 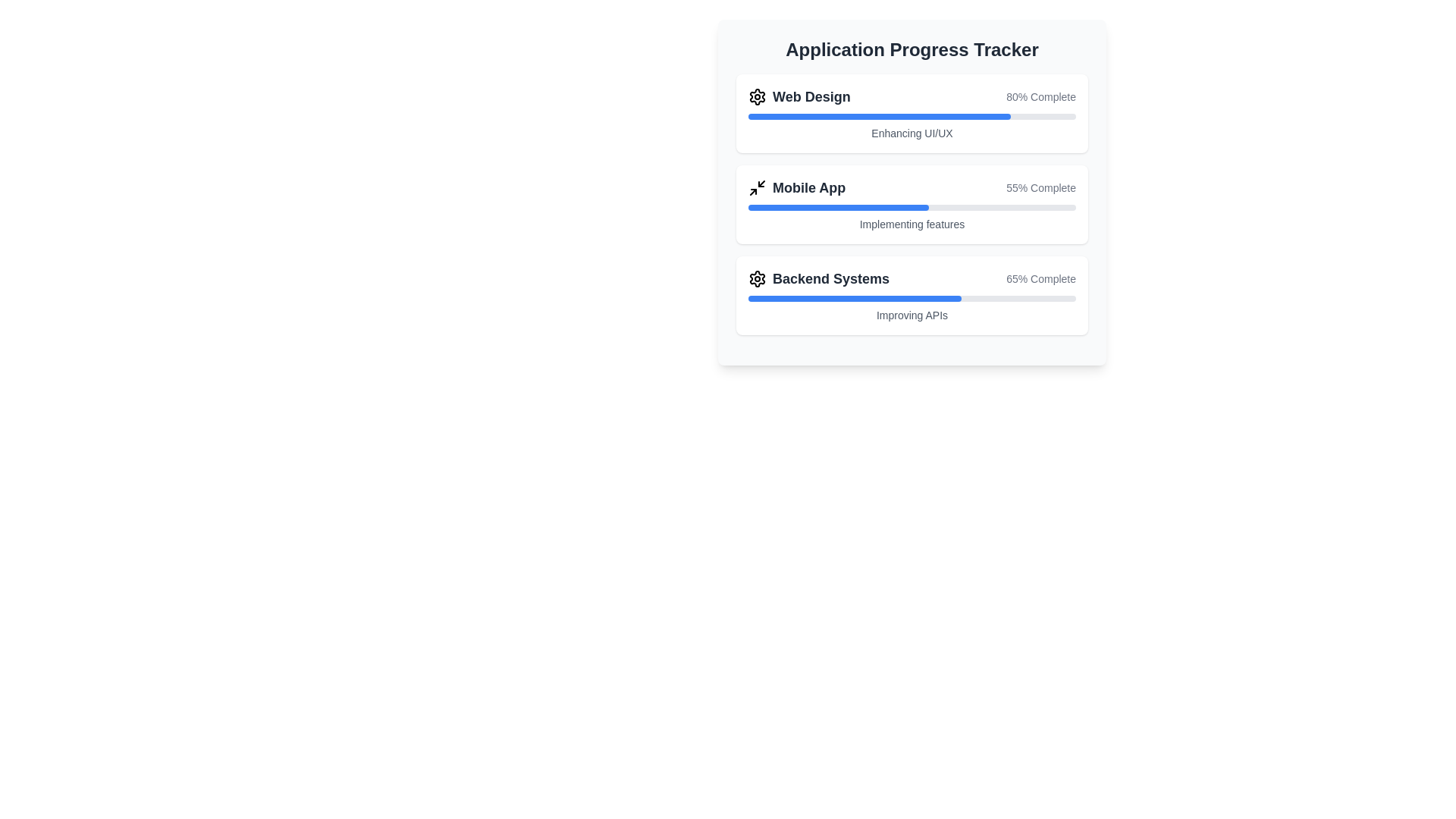 I want to click on the progress information of the central subsection labeled 'Mobile App' in the Progress Tracker, which visually indicates the status of various projects, so click(x=912, y=192).